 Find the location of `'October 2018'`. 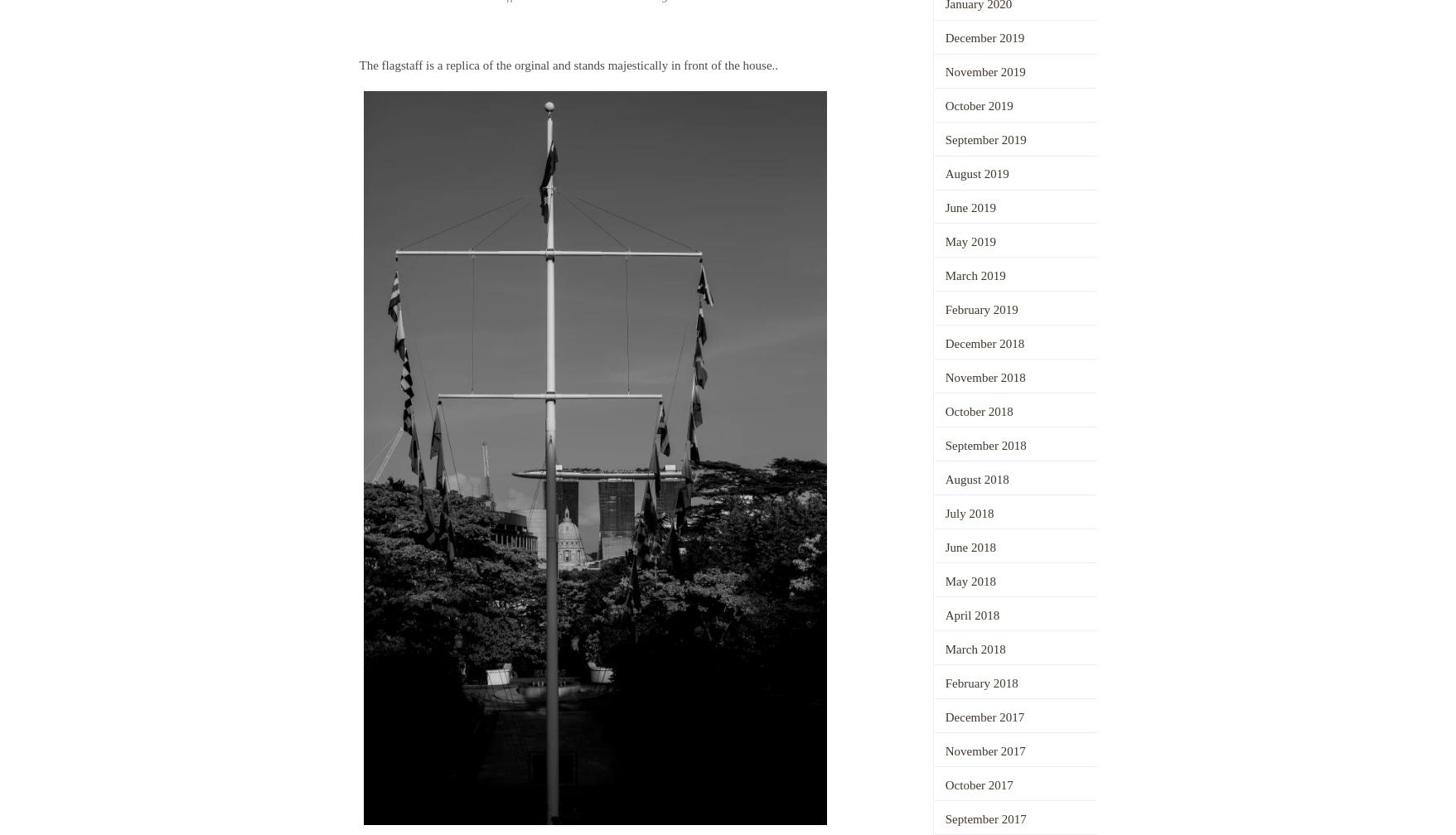

'October 2018' is located at coordinates (978, 412).